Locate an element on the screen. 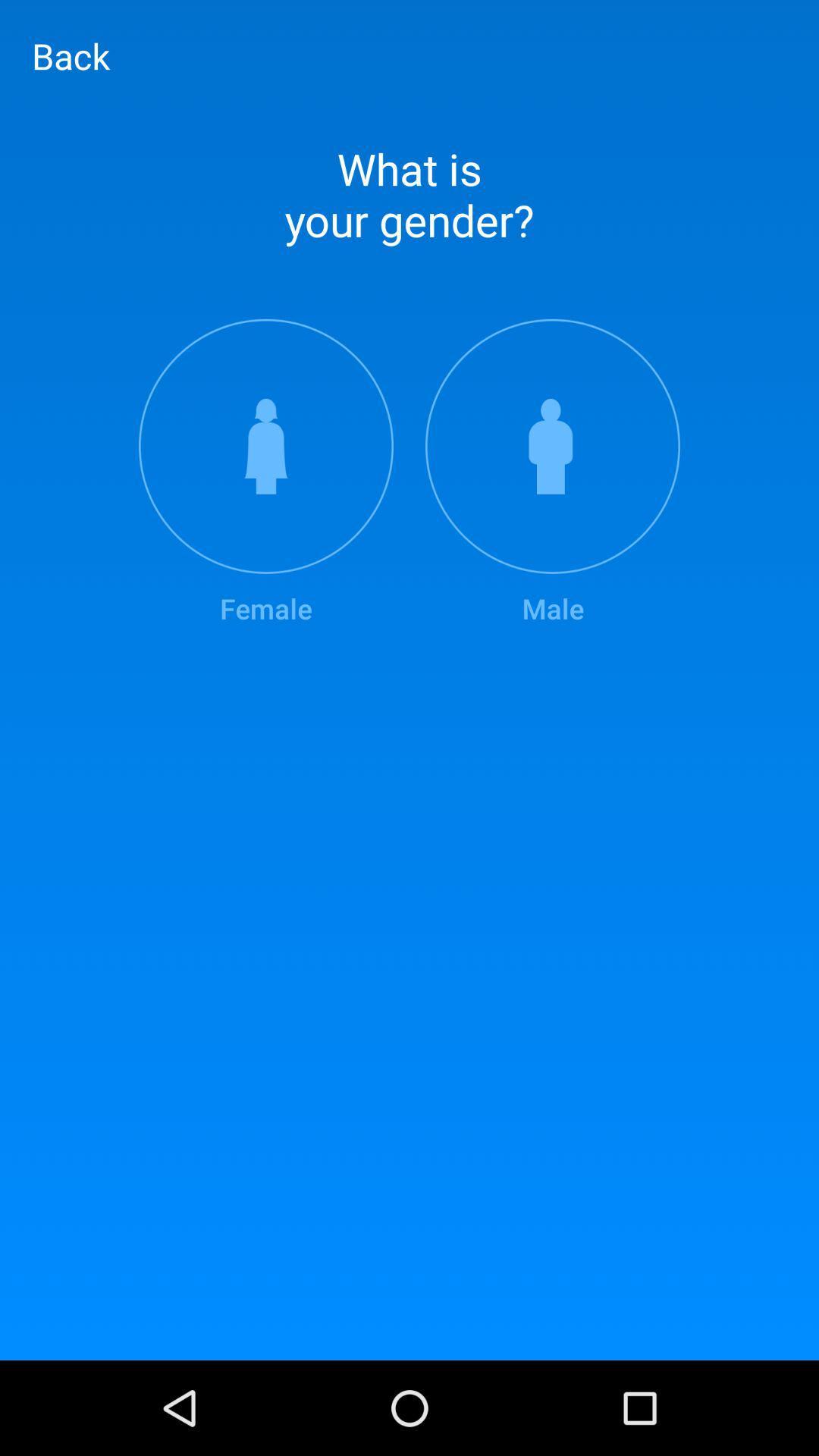 The height and width of the screenshot is (1456, 819). the icon next to the female item is located at coordinates (553, 472).